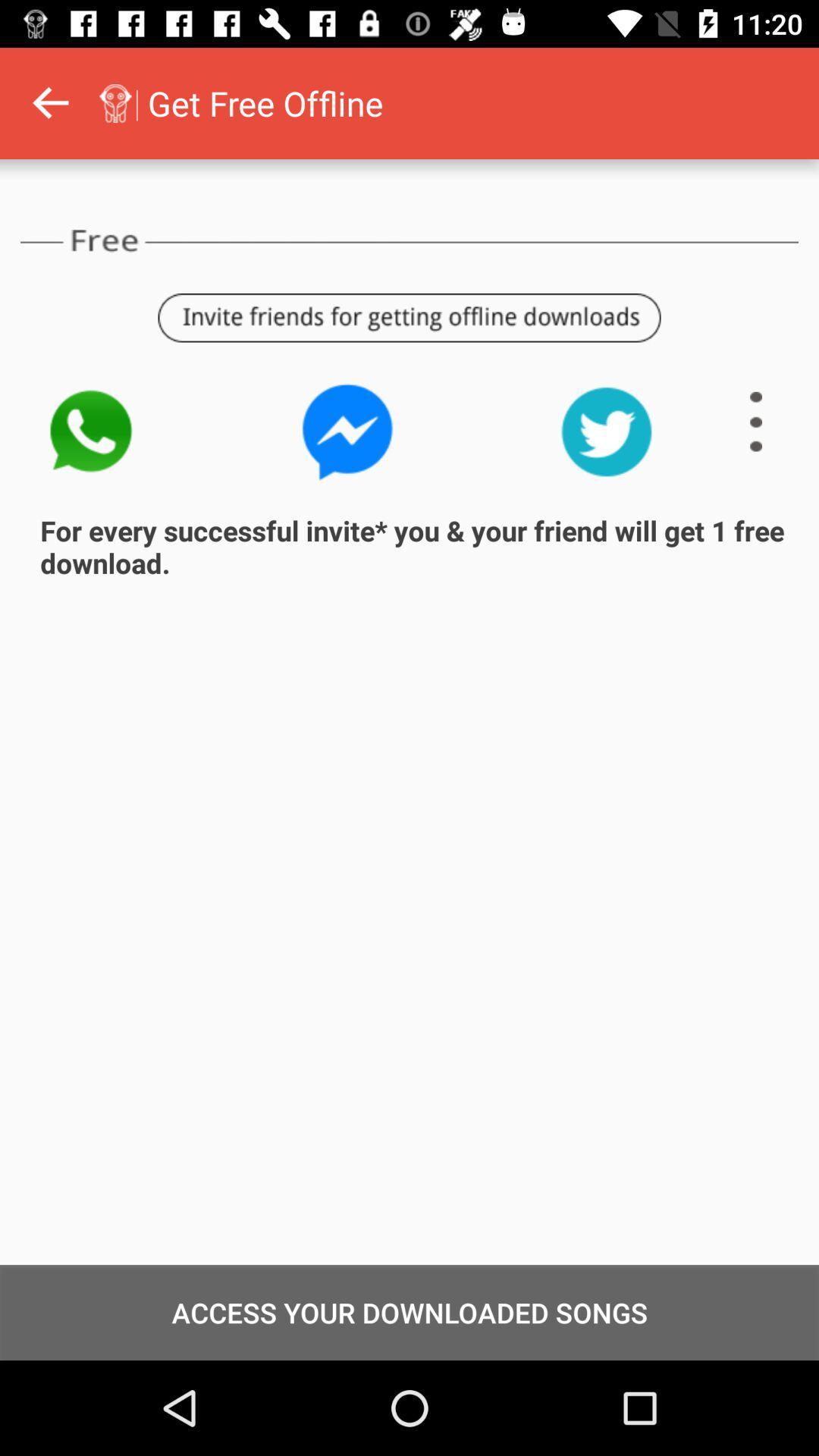 This screenshot has height=1456, width=819. What do you see at coordinates (89, 431) in the screenshot?
I see `do a call` at bounding box center [89, 431].